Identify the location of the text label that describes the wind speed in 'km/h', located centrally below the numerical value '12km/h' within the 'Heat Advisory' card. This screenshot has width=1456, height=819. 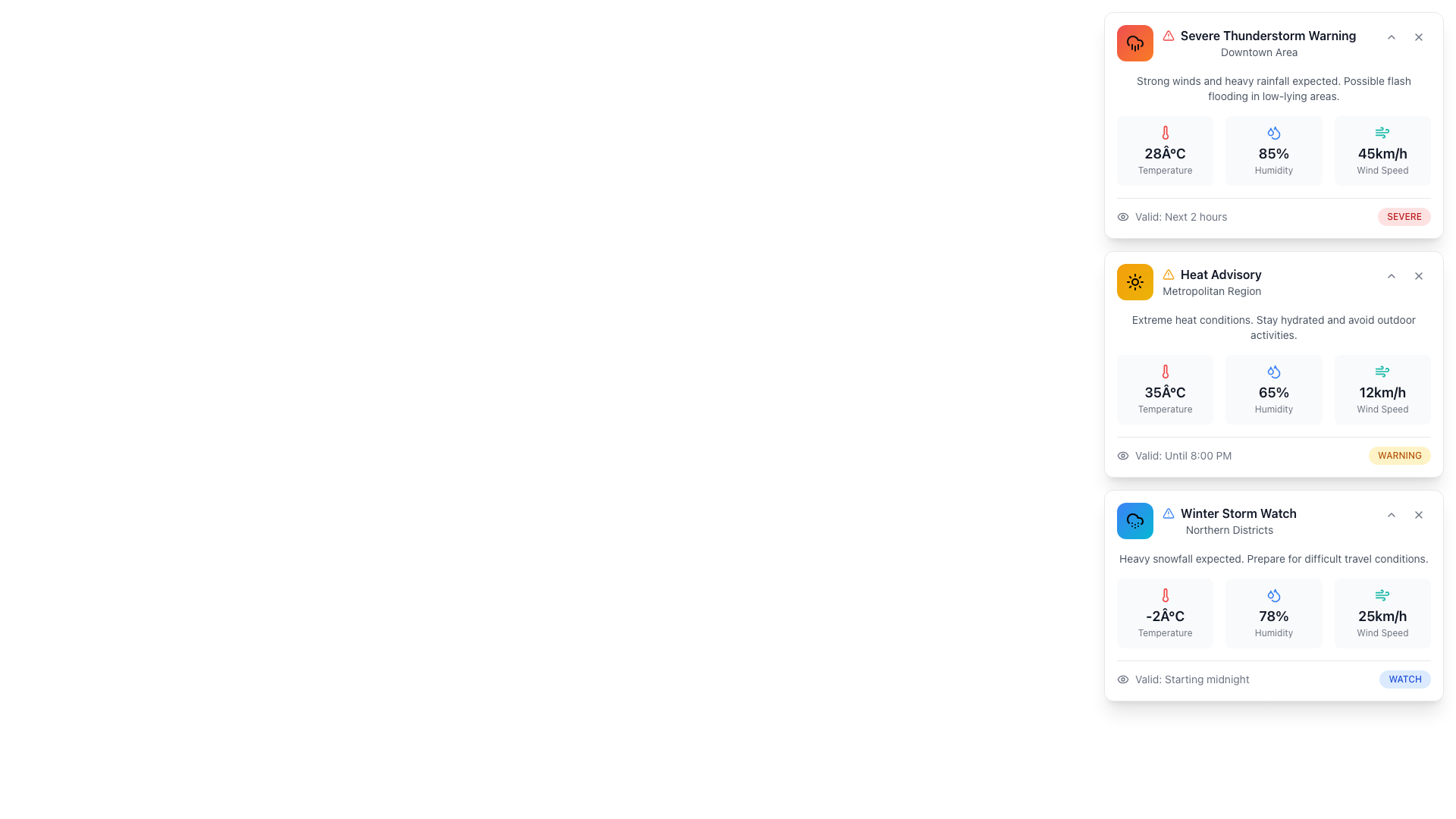
(1382, 409).